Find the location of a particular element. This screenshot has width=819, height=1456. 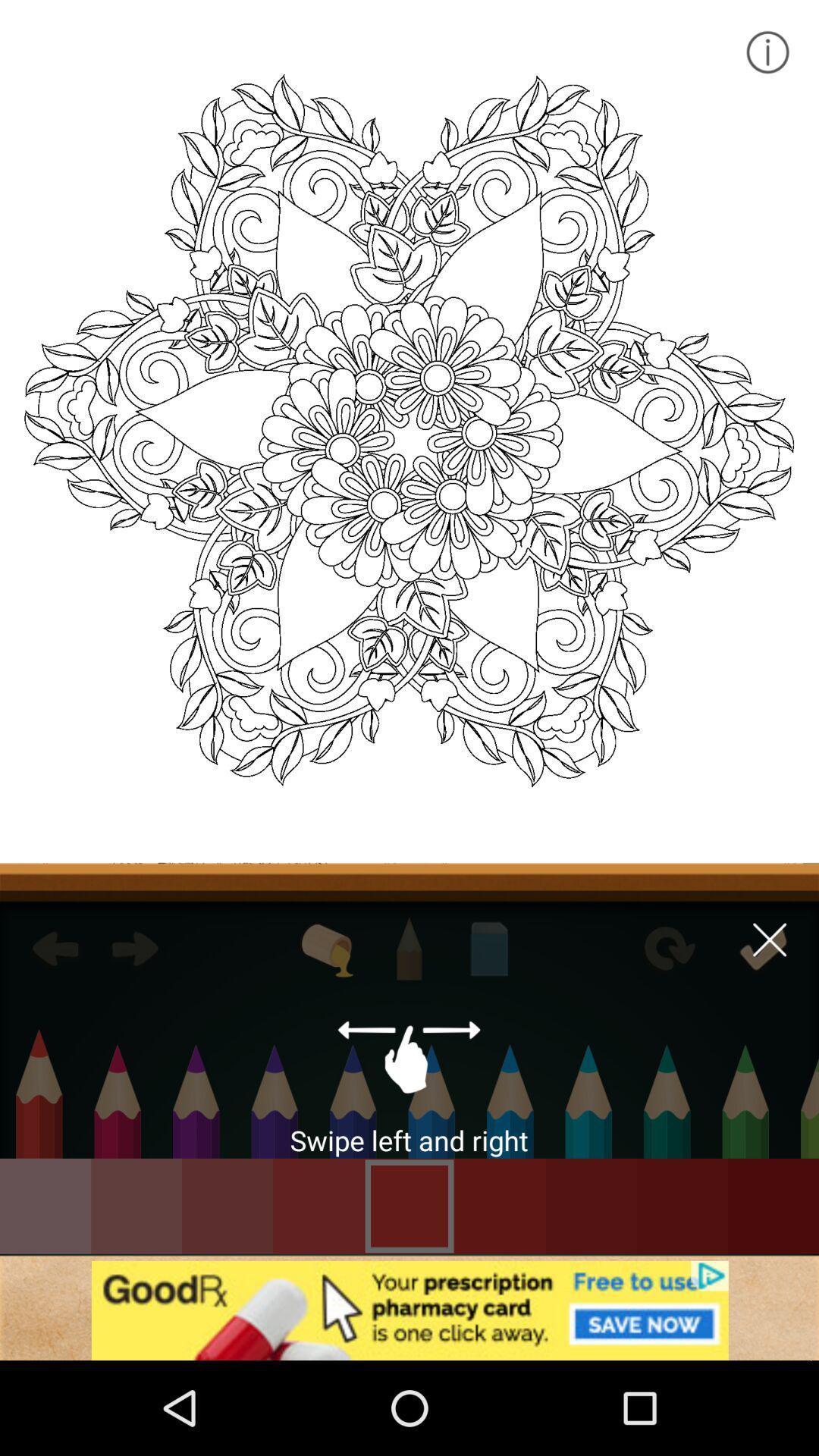

the close icon is located at coordinates (763, 948).